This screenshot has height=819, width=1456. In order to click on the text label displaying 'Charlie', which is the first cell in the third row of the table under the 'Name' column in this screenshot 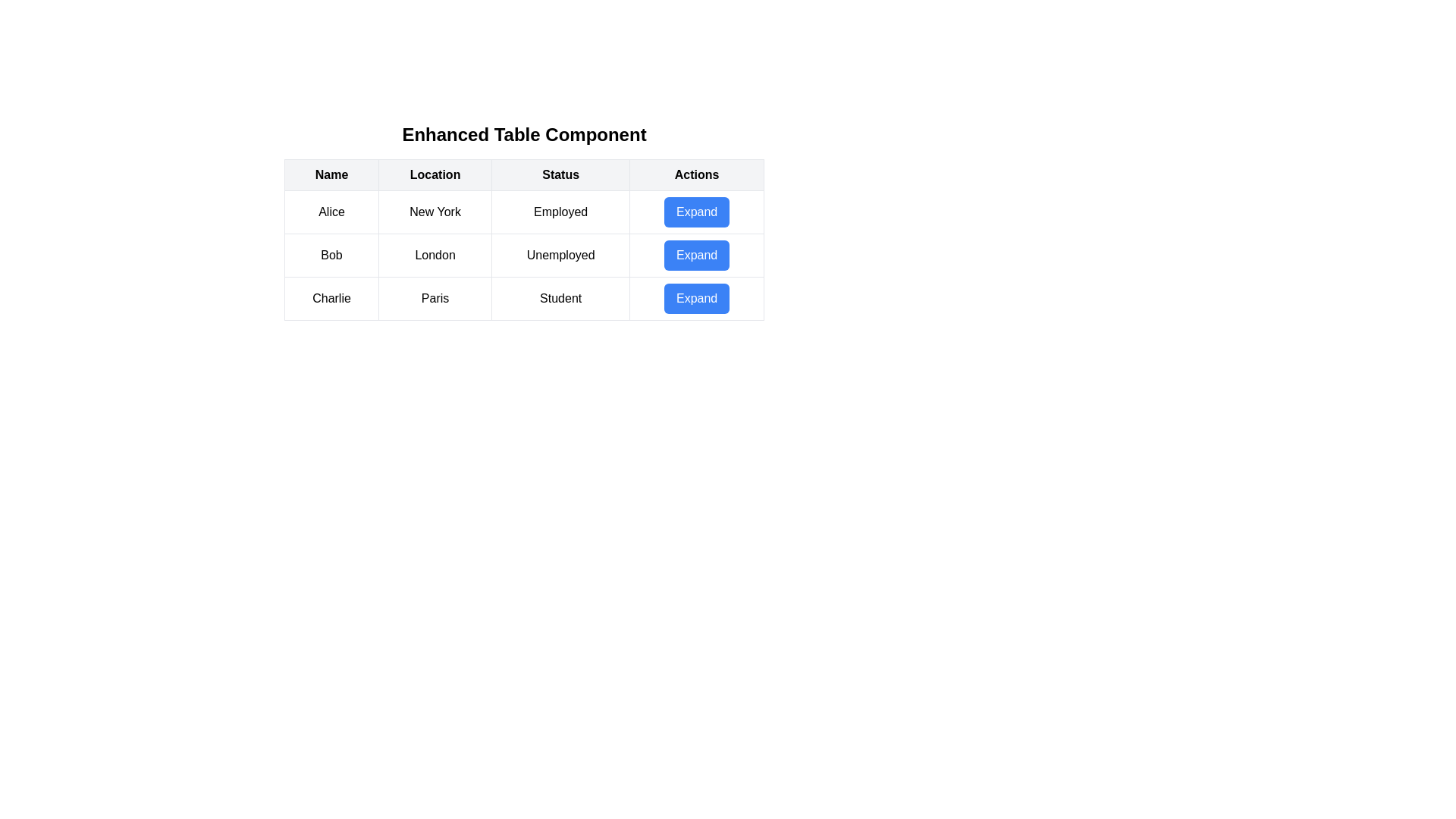, I will do `click(331, 298)`.